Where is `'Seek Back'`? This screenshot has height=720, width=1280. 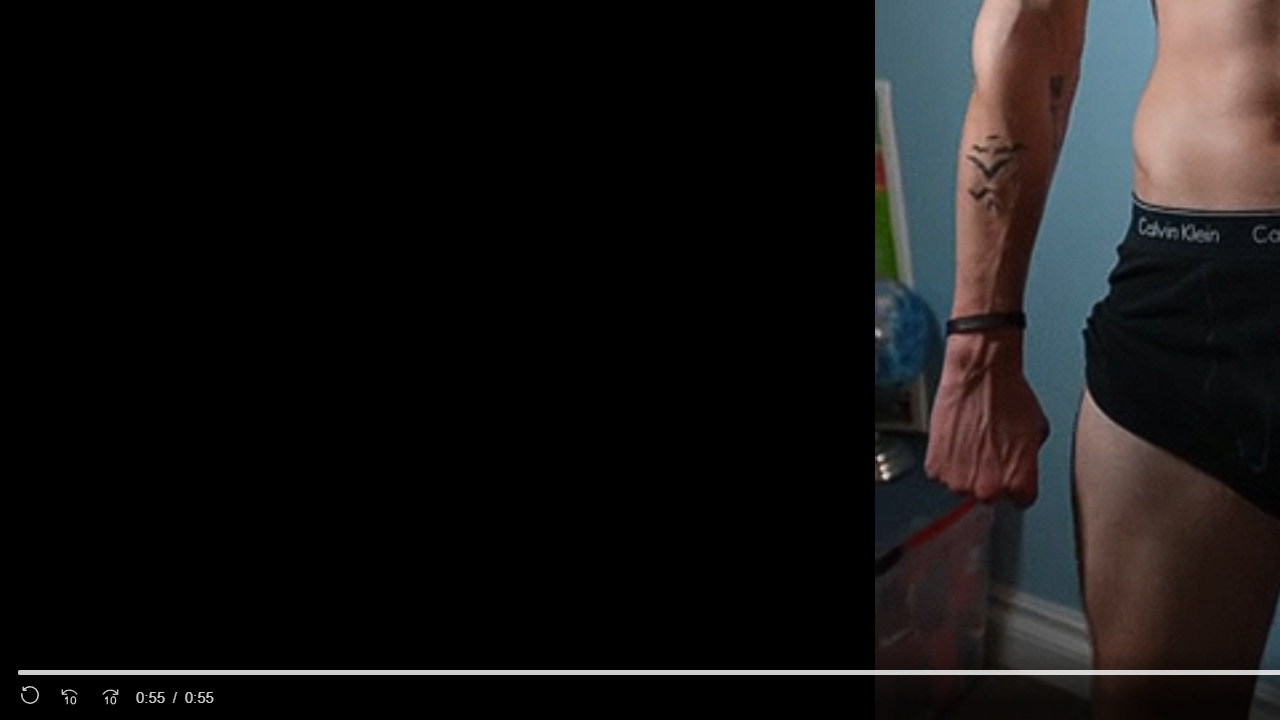
'Seek Back' is located at coordinates (69, 696).